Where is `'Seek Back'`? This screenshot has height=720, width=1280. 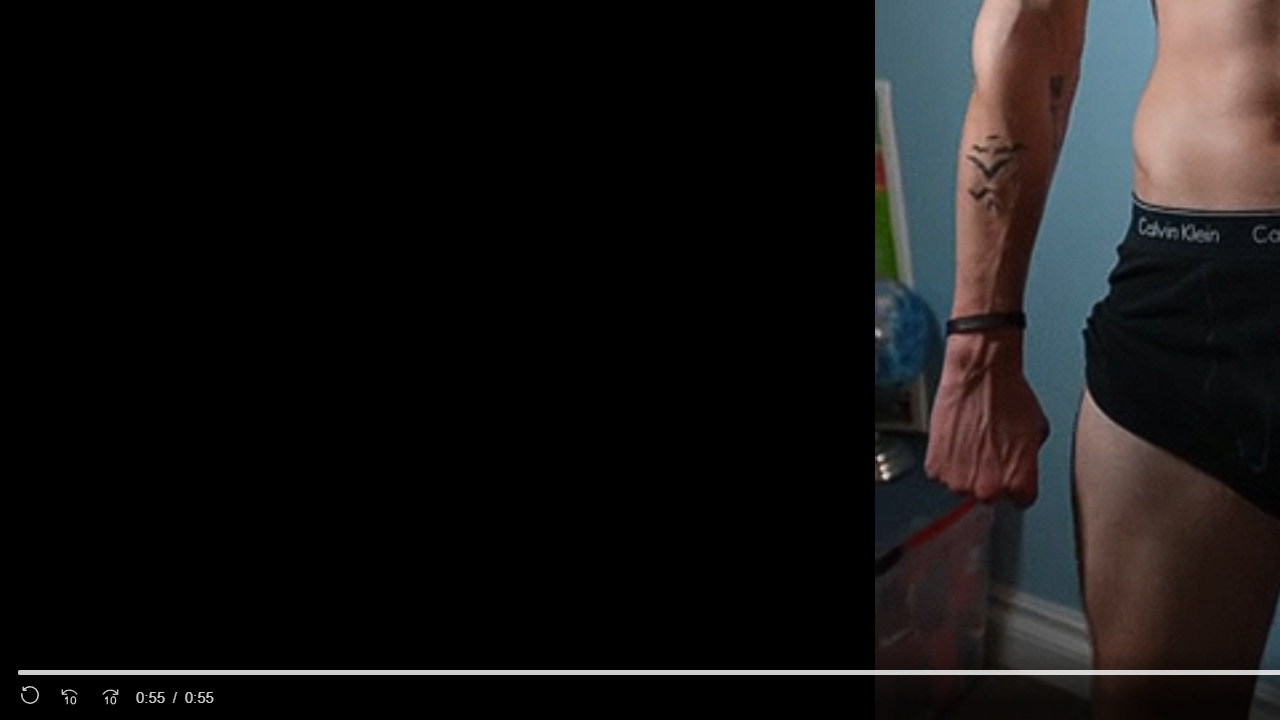
'Seek Back' is located at coordinates (69, 696).